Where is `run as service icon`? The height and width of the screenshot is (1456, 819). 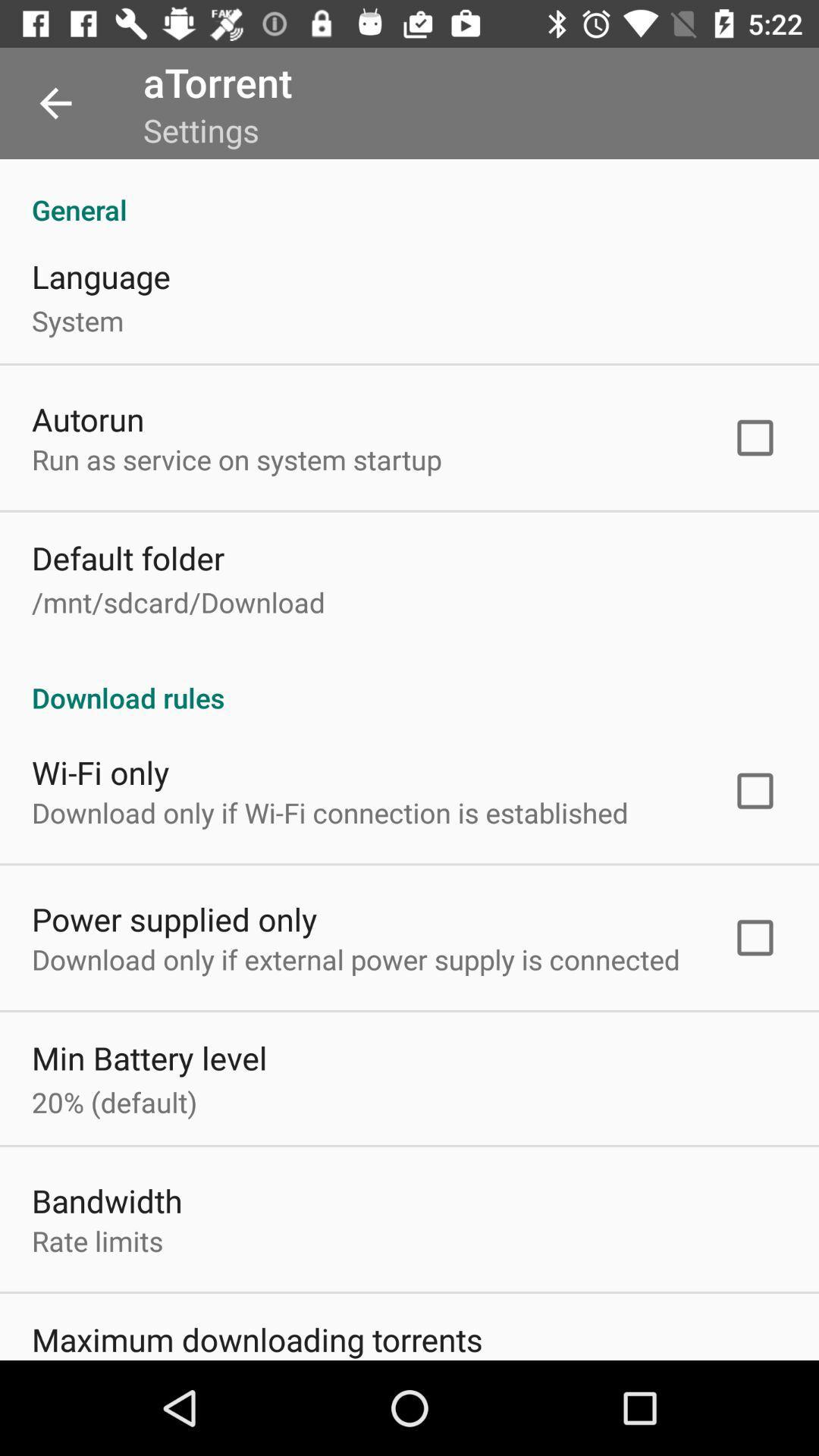 run as service icon is located at coordinates (237, 458).